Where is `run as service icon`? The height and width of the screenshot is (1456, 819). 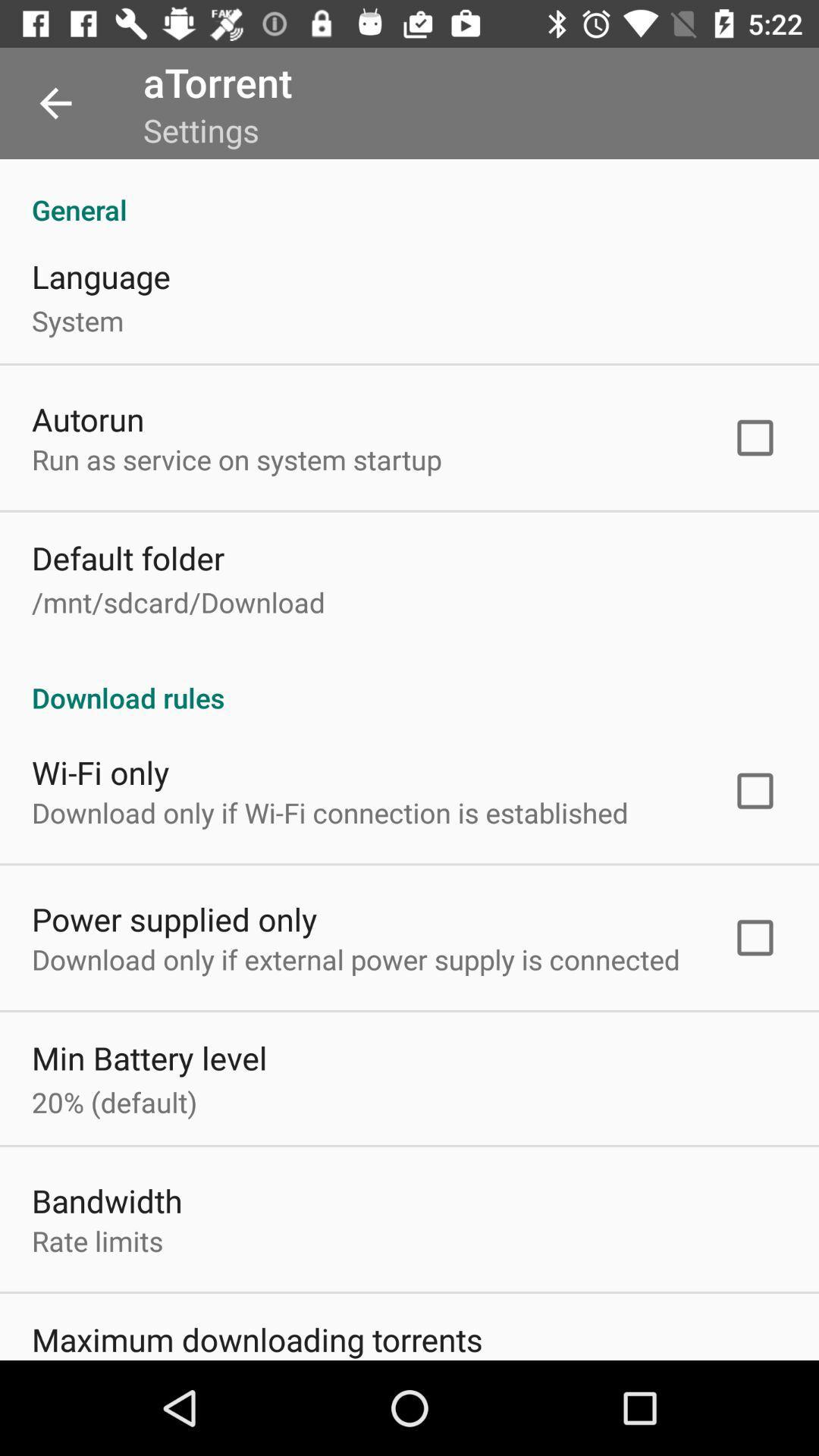 run as service icon is located at coordinates (237, 458).